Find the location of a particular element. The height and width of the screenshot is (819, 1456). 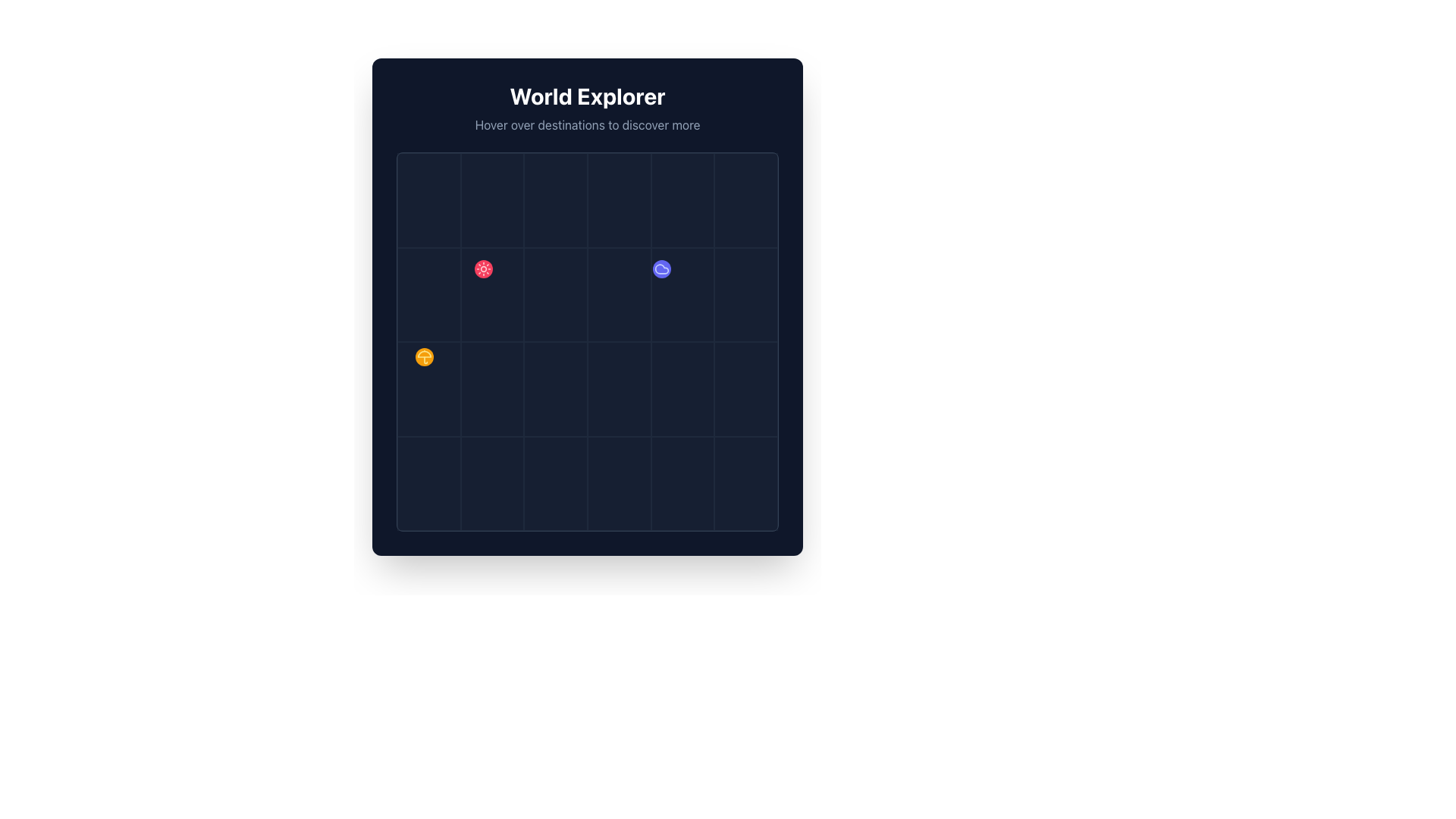

the grid cell located in the bottom-right corner of a structured grid layout, defined by a subtle border in light gray or slate color is located at coordinates (682, 483).